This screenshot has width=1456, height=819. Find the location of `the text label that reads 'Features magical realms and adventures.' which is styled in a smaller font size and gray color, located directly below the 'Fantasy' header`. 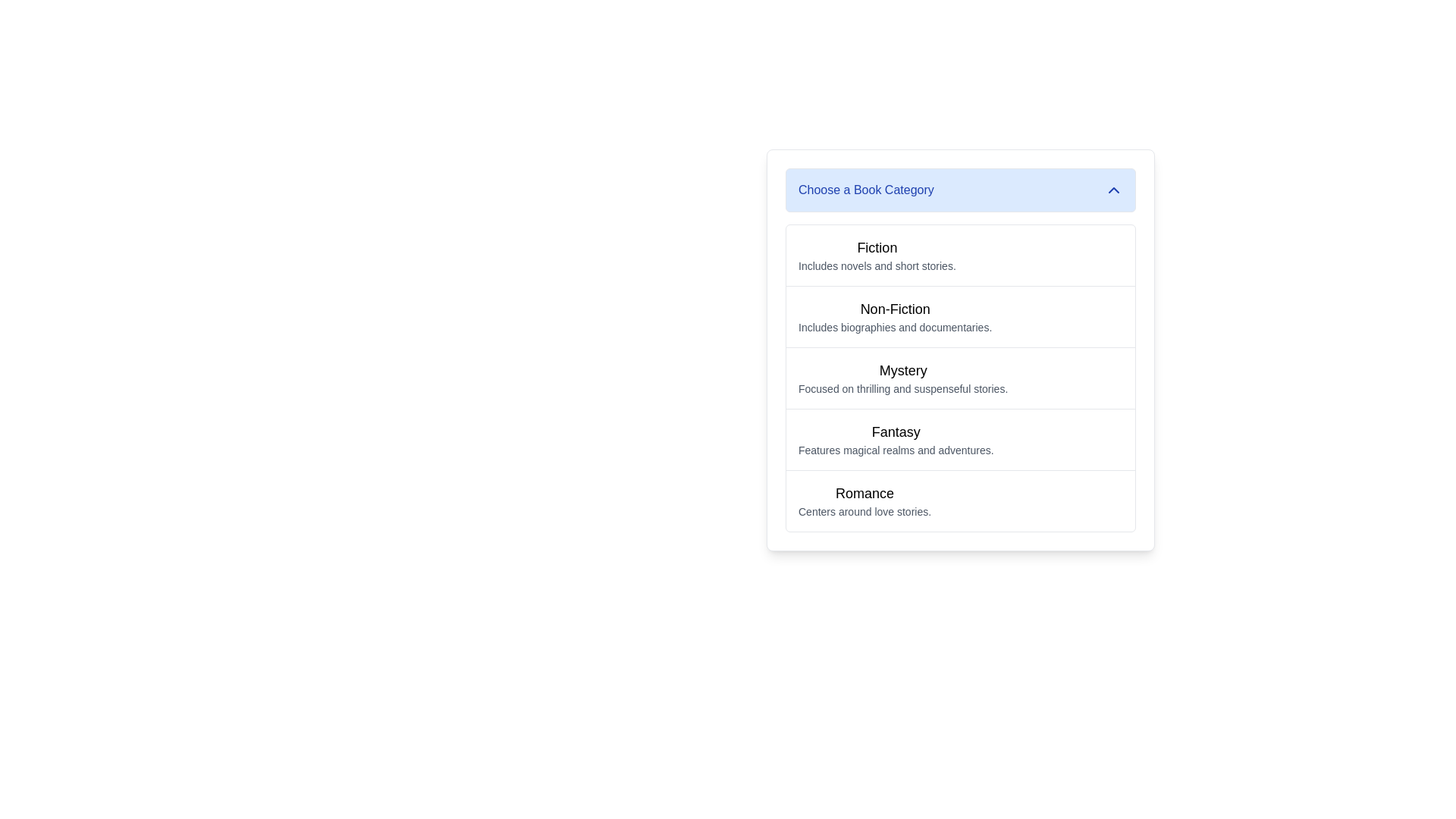

the text label that reads 'Features magical realms and adventures.' which is styled in a smaller font size and gray color, located directly below the 'Fantasy' header is located at coordinates (896, 450).